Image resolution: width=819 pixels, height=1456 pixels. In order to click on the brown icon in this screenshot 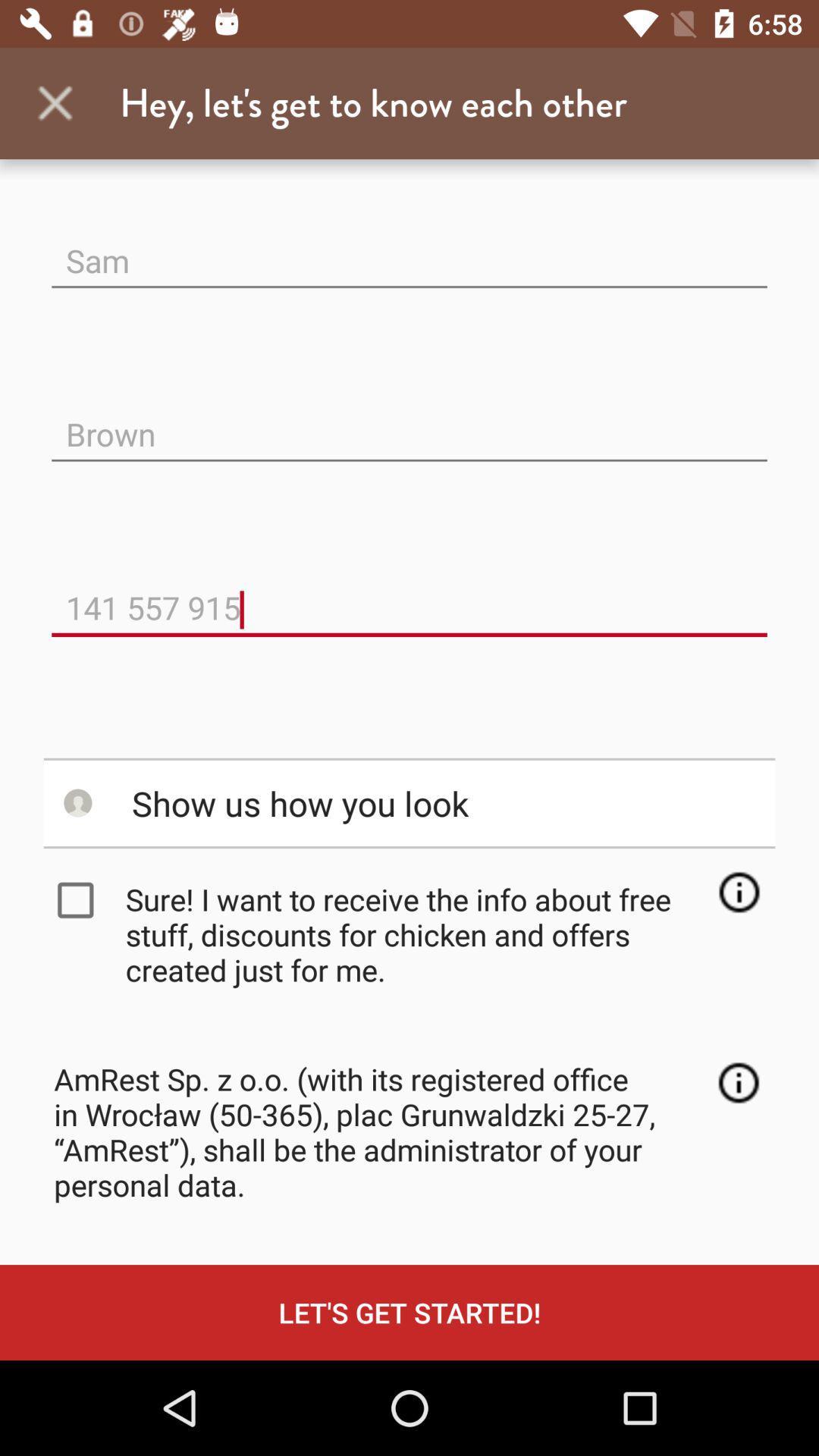, I will do `click(409, 422)`.